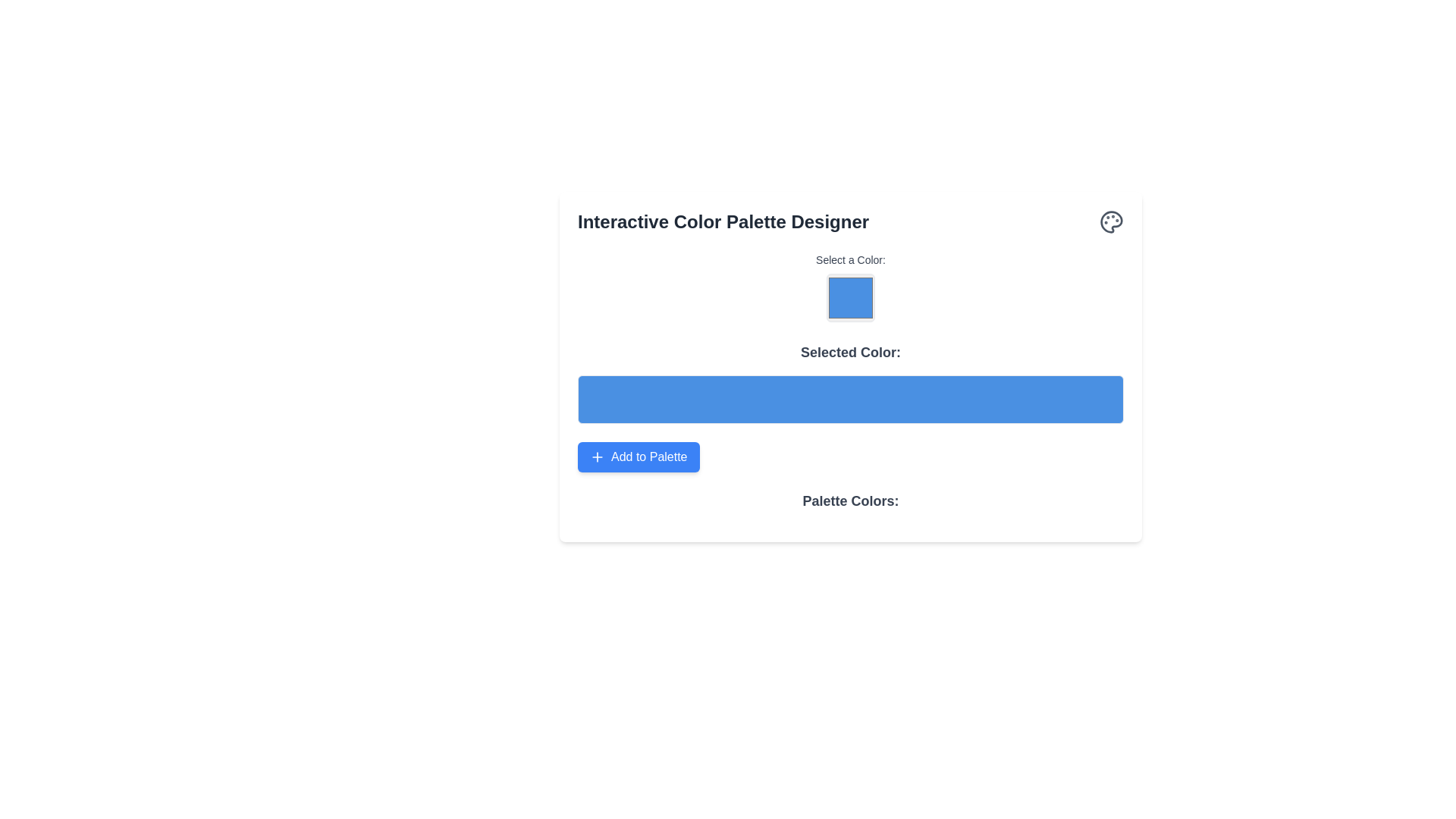 The image size is (1456, 819). Describe the element at coordinates (851, 500) in the screenshot. I see `the static header text indicating the section for displaying or interacting with palette colors, located at the center horizontally near the bottom of the interface` at that location.